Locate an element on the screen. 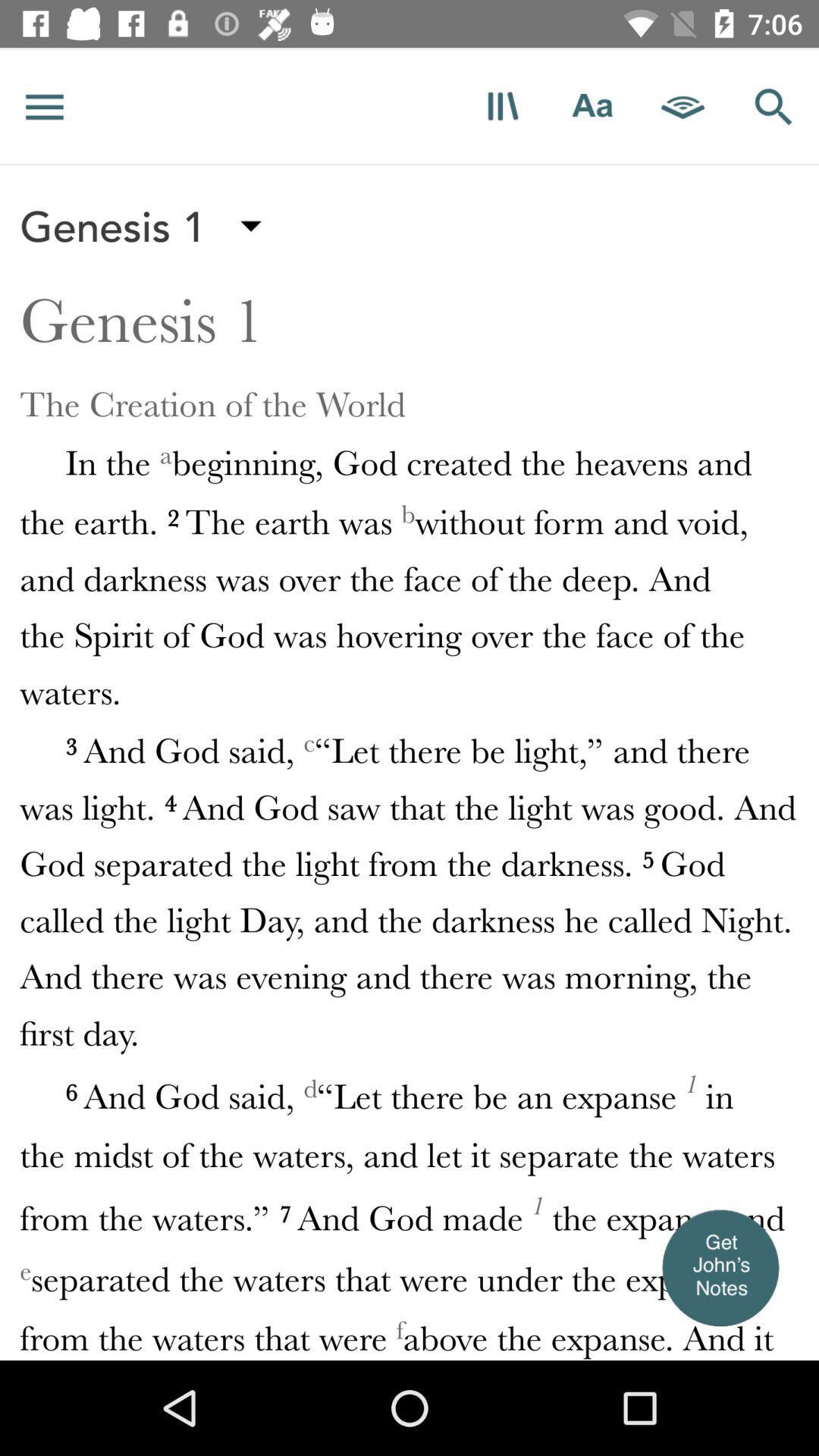 This screenshot has height=1456, width=819. notes is located at coordinates (719, 1267).